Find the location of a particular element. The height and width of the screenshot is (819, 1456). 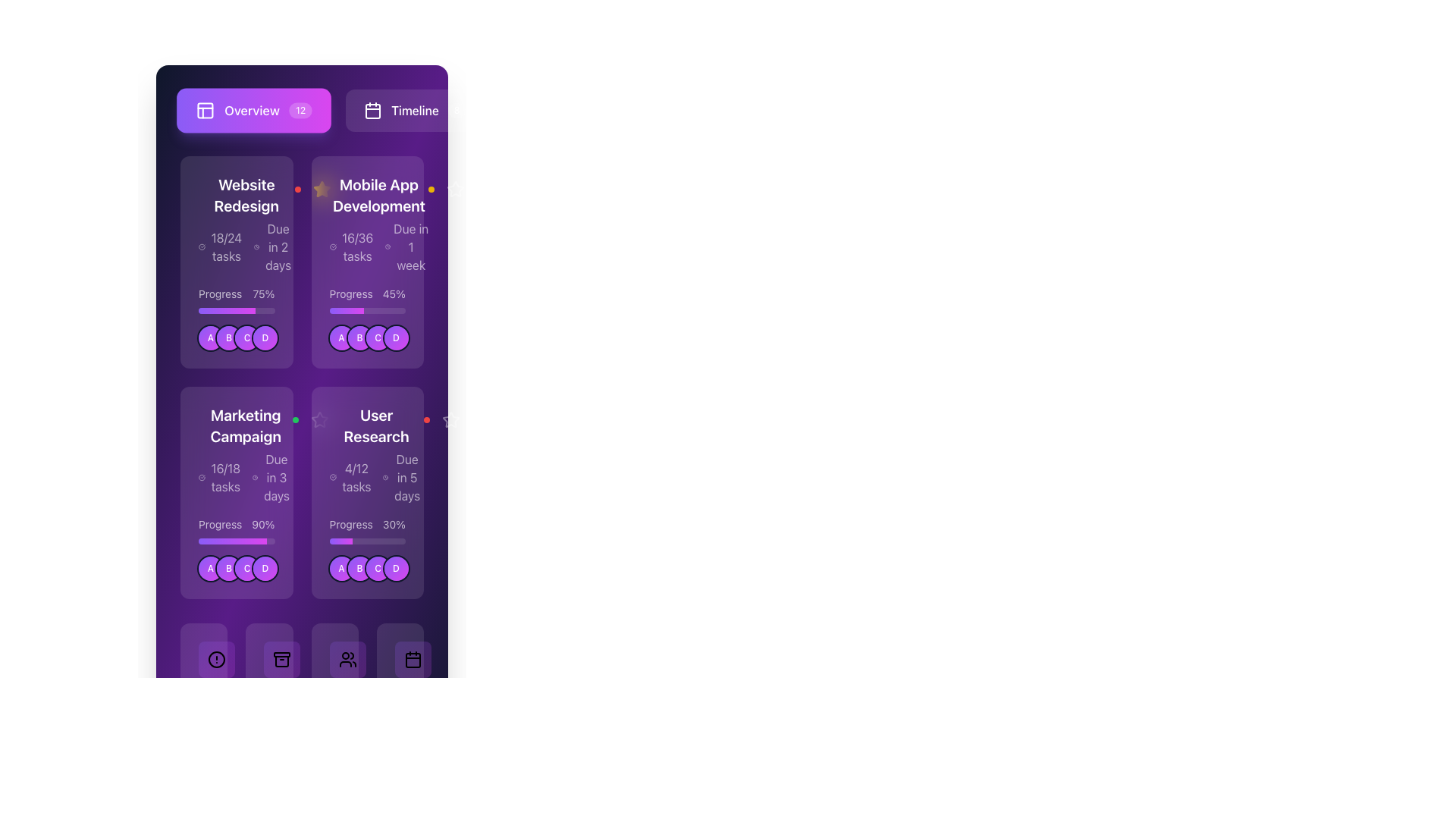

the 'Timeline' icon located at the top right corner of the navigation section, which precedes the label 'Timeline' is located at coordinates (373, 110).